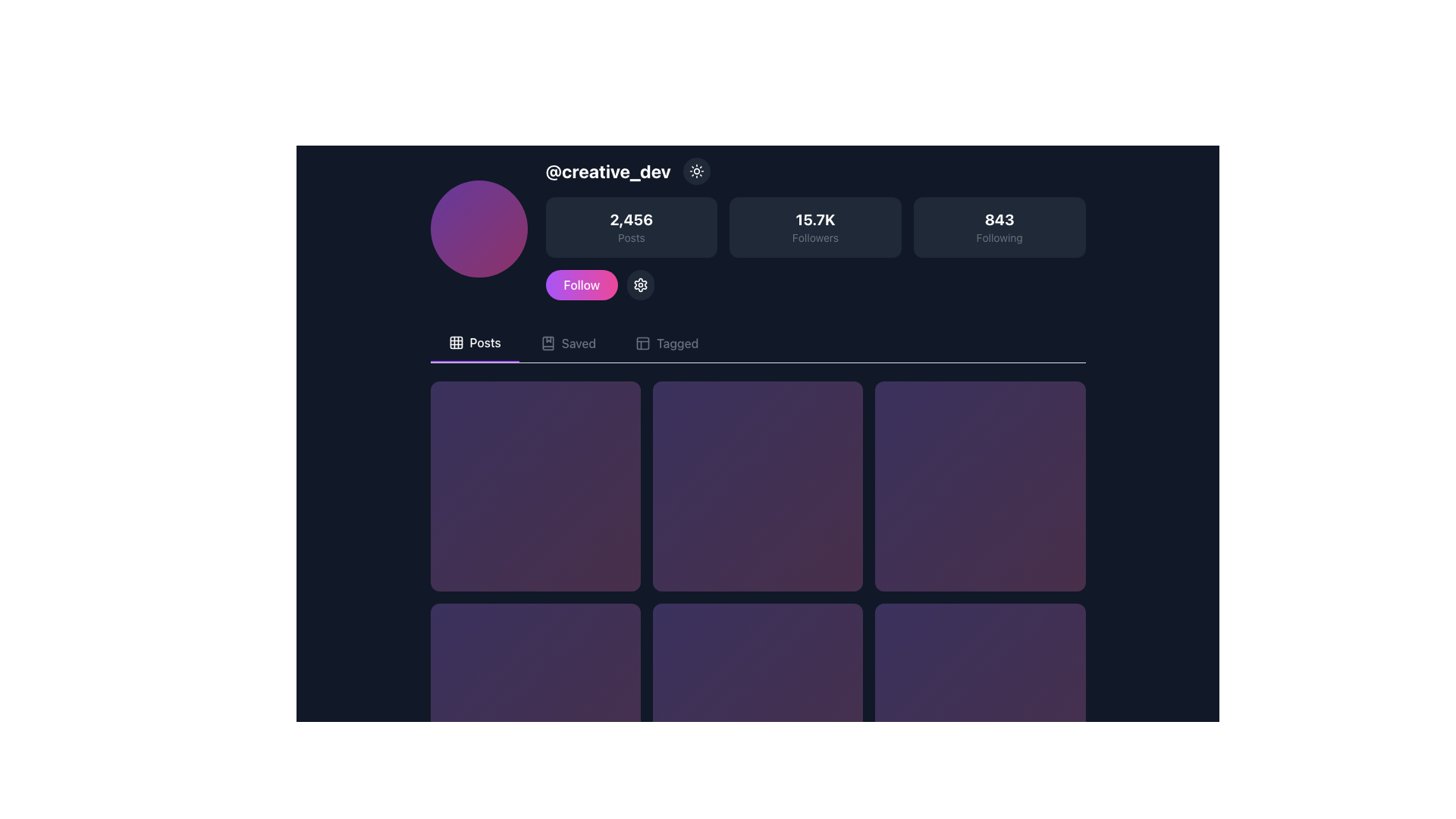 The height and width of the screenshot is (819, 1456). I want to click on the '15.7K Followers' text-based stat indicator located in the header section below the username '@creative_dev', positioned centrally between '2,456 Posts' and '843 Following', so click(814, 227).